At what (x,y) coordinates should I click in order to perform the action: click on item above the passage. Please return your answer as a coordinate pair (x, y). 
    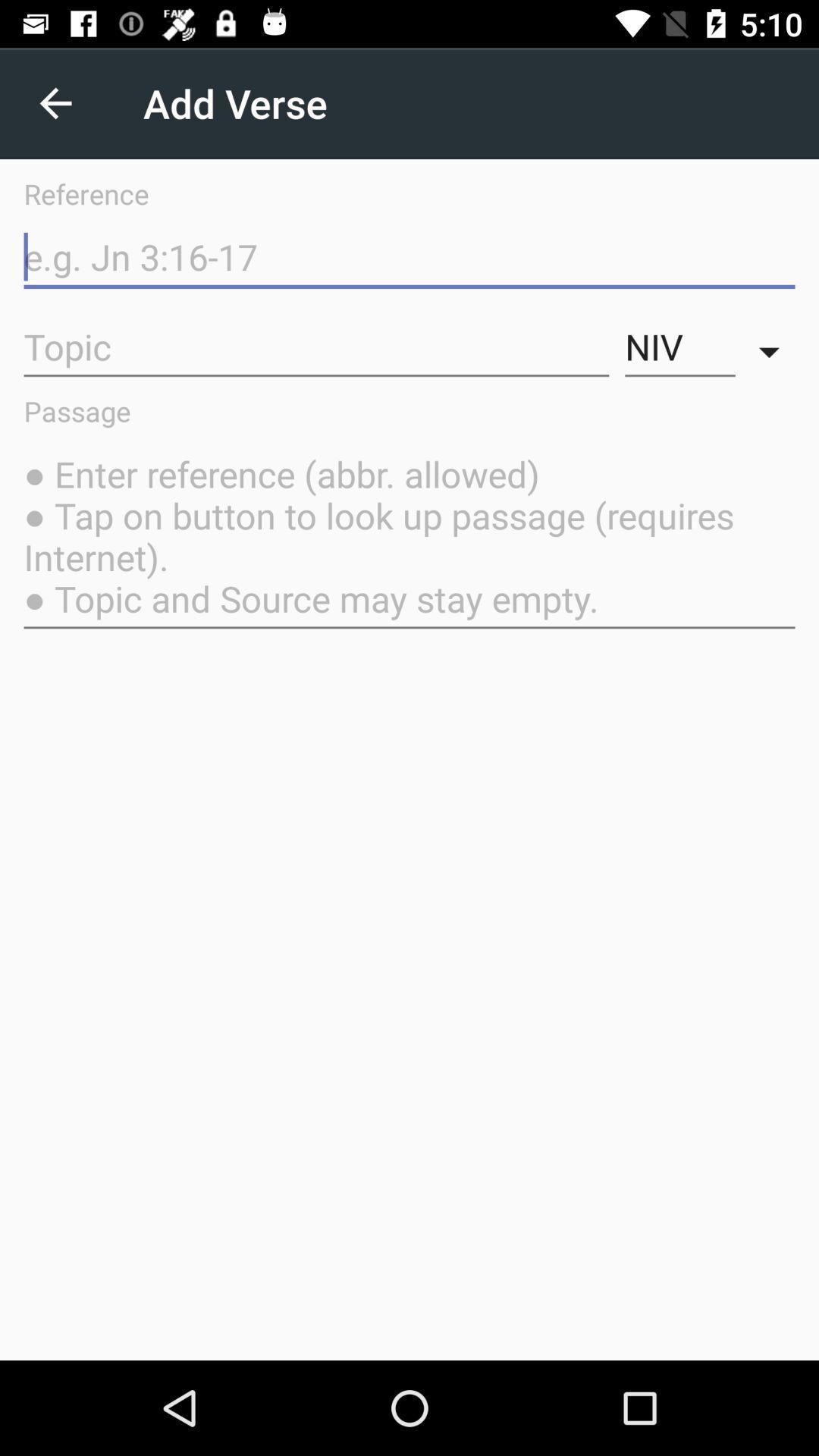
    Looking at the image, I should click on (315, 347).